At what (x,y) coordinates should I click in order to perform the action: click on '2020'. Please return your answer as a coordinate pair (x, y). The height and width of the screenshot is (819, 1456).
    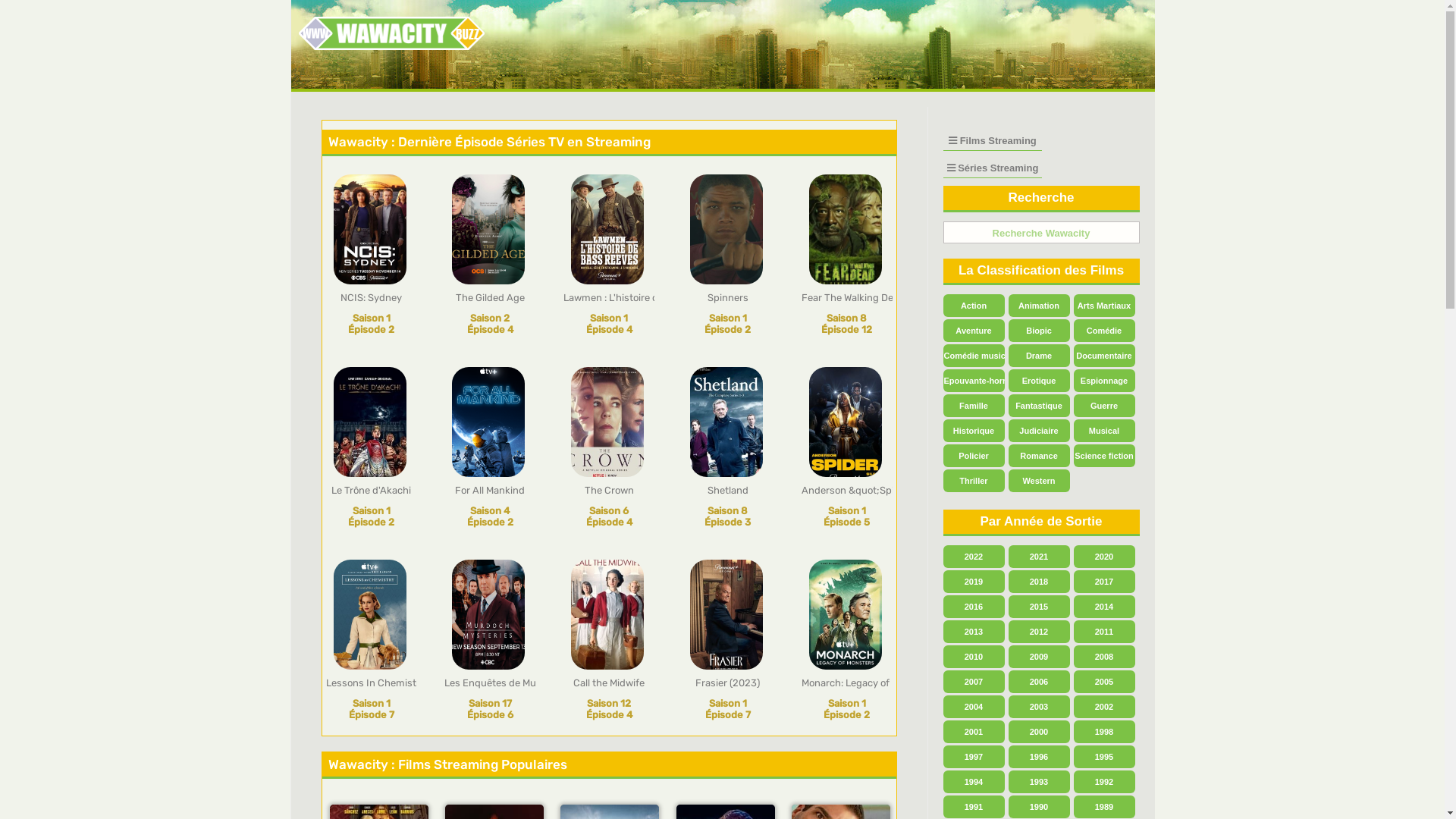
    Looking at the image, I should click on (1104, 556).